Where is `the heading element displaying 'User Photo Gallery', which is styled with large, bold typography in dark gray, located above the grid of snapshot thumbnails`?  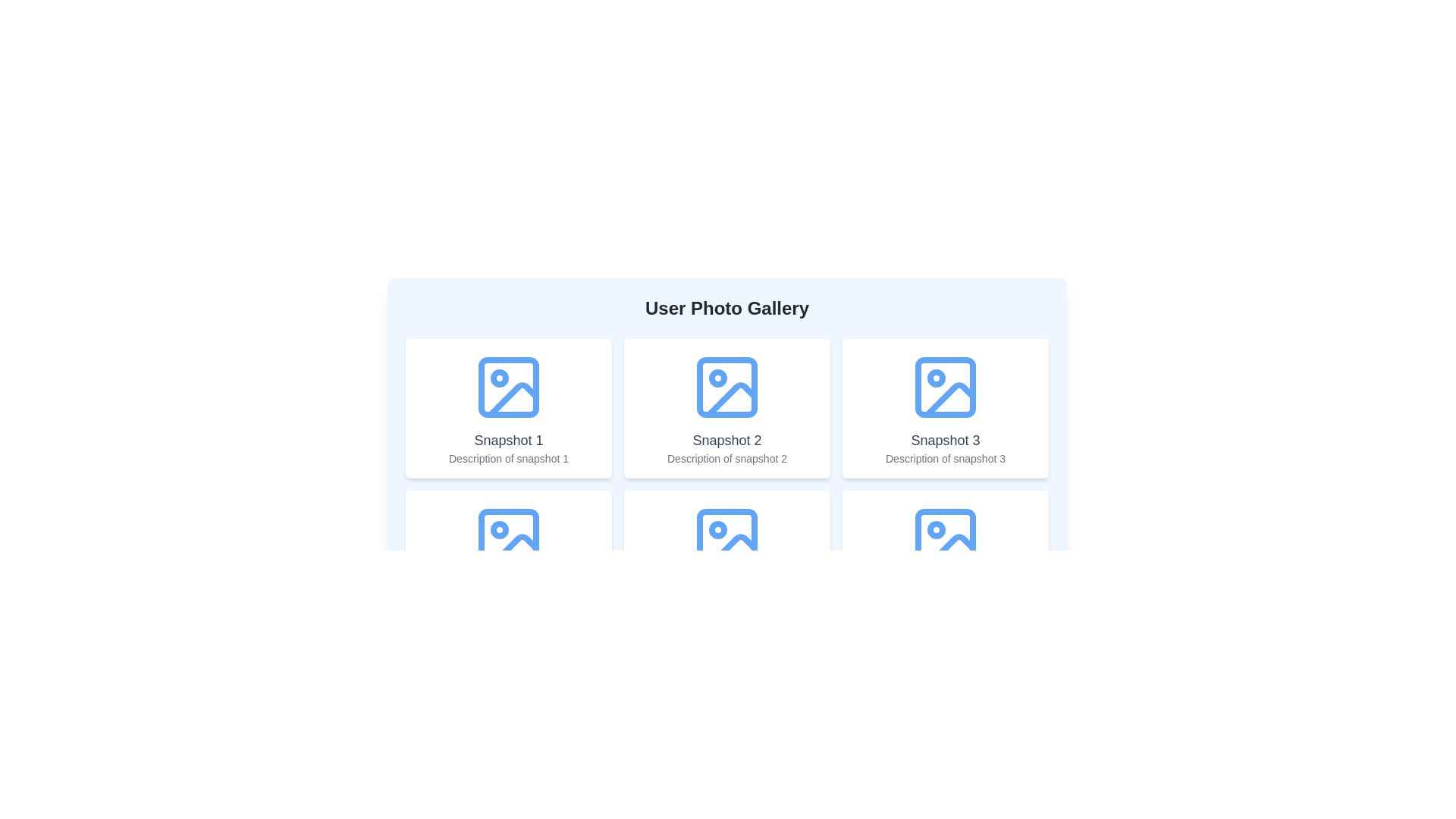 the heading element displaying 'User Photo Gallery', which is styled with large, bold typography in dark gray, located above the grid of snapshot thumbnails is located at coordinates (726, 308).